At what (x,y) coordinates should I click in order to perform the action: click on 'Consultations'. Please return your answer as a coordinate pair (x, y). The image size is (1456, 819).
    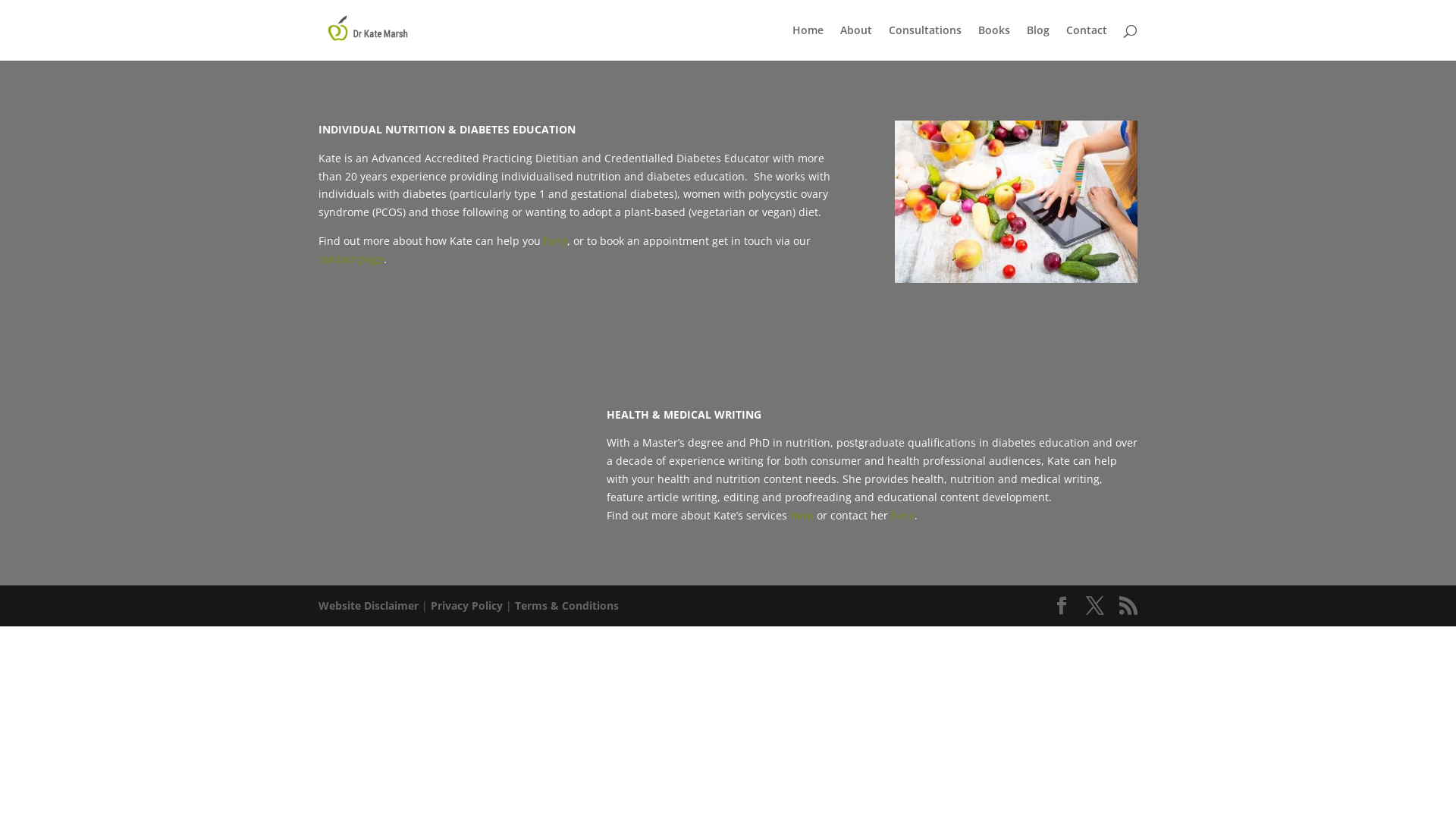
    Looking at the image, I should click on (924, 42).